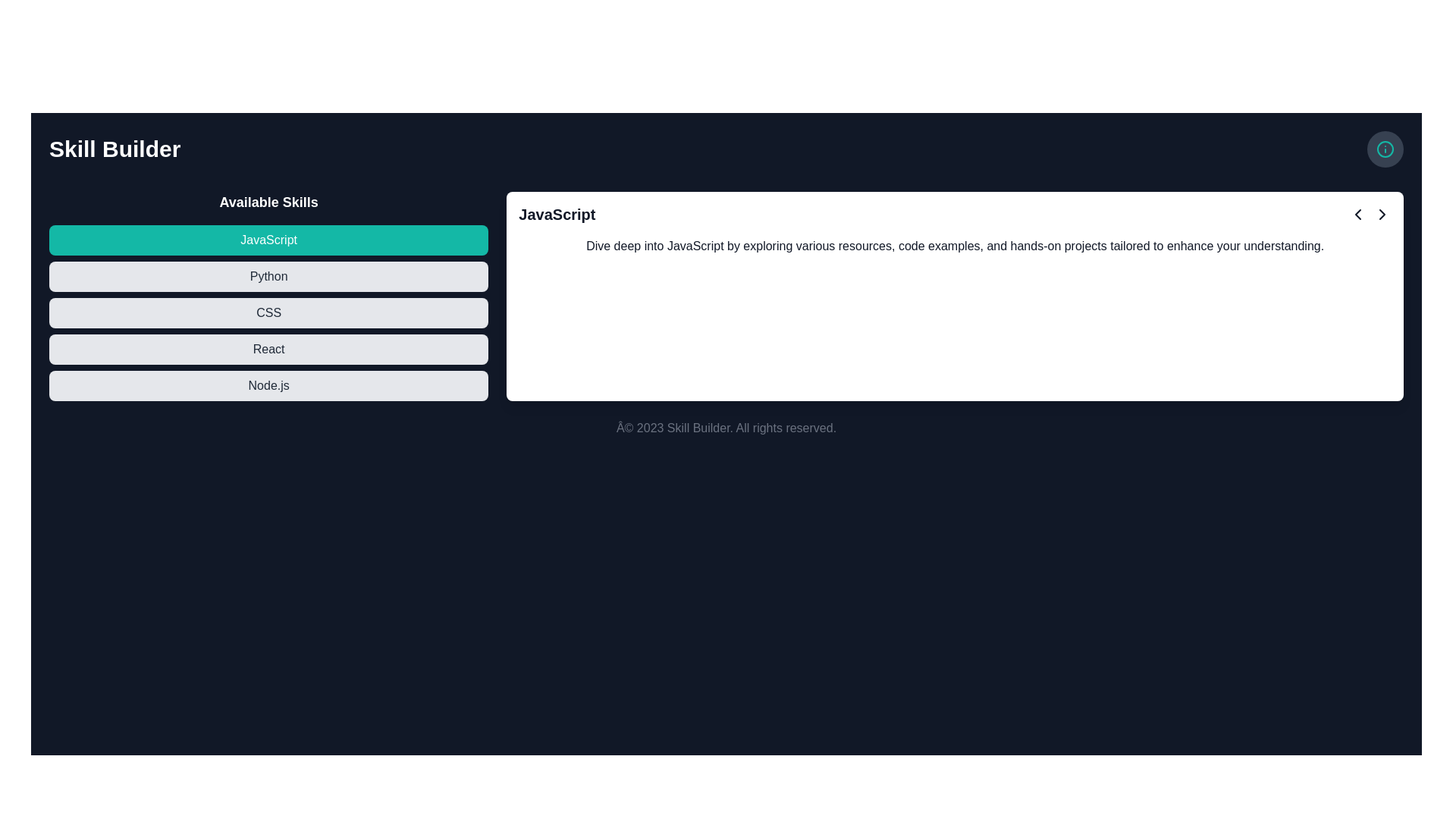 This screenshot has width=1456, height=819. I want to click on the 'Back' action icon (Chevron/Arrow) located at the top-right corner of the white informational card, so click(1357, 214).